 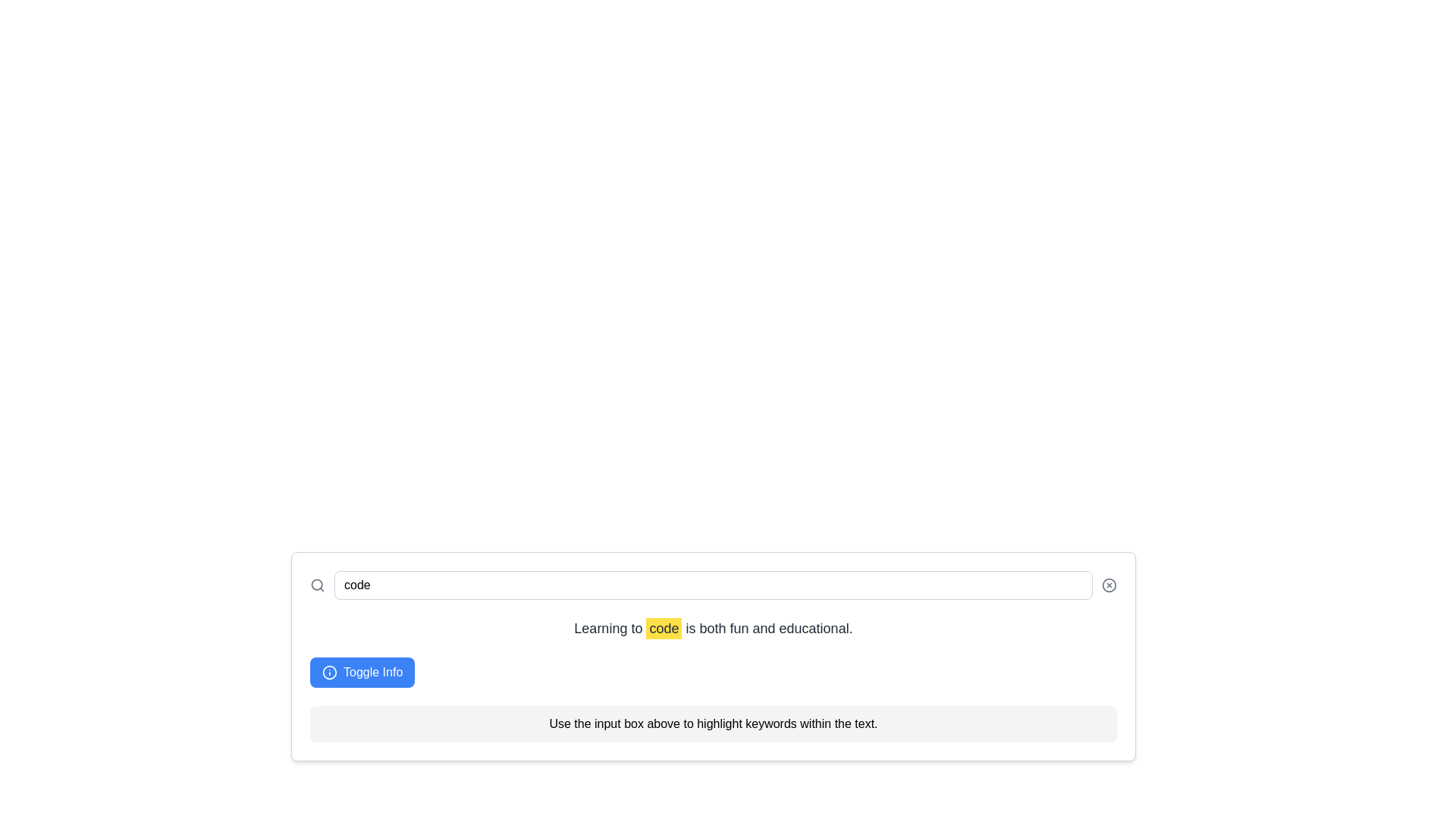 I want to click on the Text Label that has a light gray background, rounded corners, and contains the text 'Use the input box above, so click(x=712, y=723).